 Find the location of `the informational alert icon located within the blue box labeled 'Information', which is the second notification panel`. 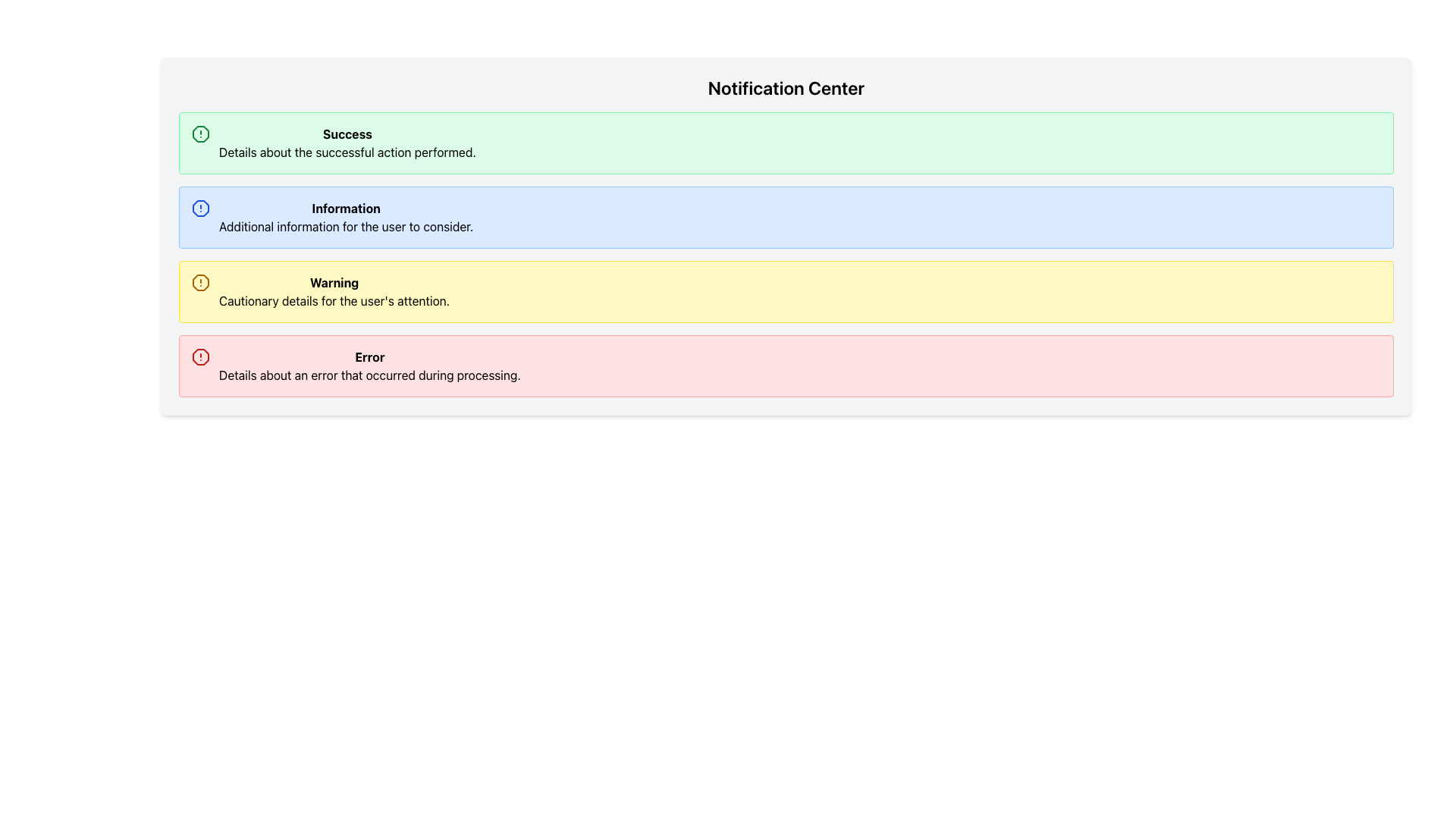

the informational alert icon located within the blue box labeled 'Information', which is the second notification panel is located at coordinates (199, 208).